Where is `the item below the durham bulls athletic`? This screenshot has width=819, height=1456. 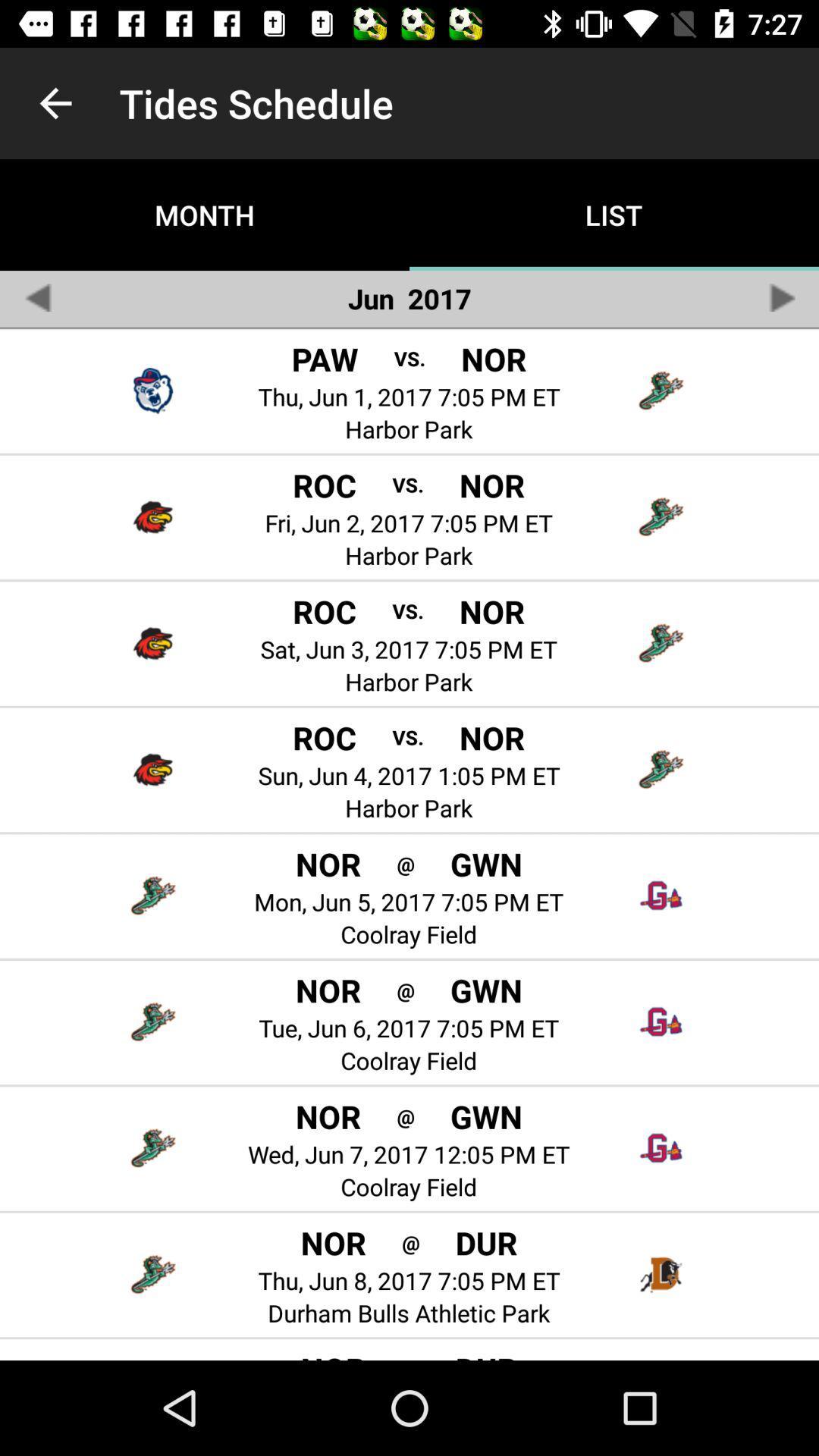 the item below the durham bulls athletic is located at coordinates (410, 1357).